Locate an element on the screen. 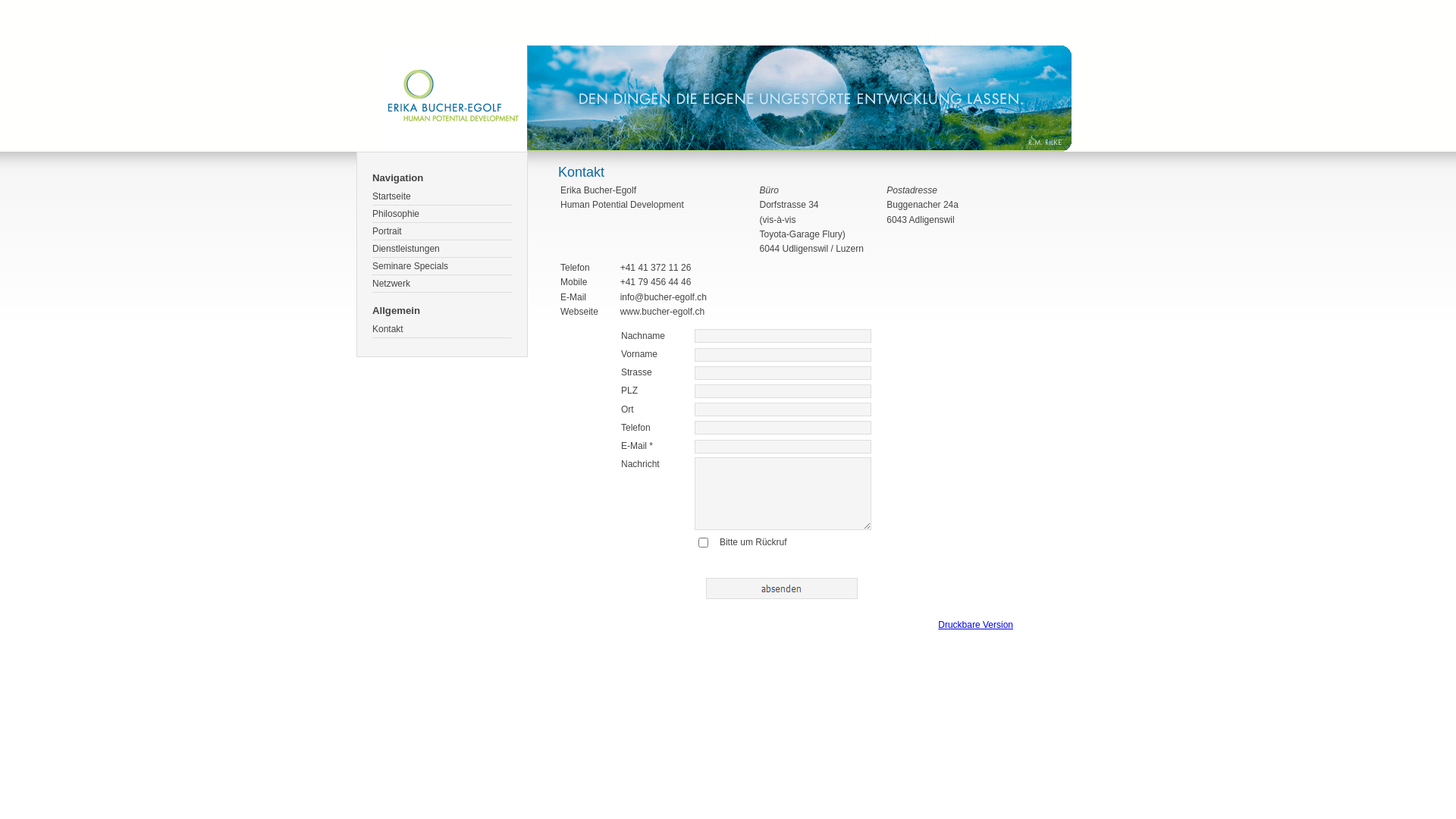  'Dienstleistungen' is located at coordinates (441, 248).